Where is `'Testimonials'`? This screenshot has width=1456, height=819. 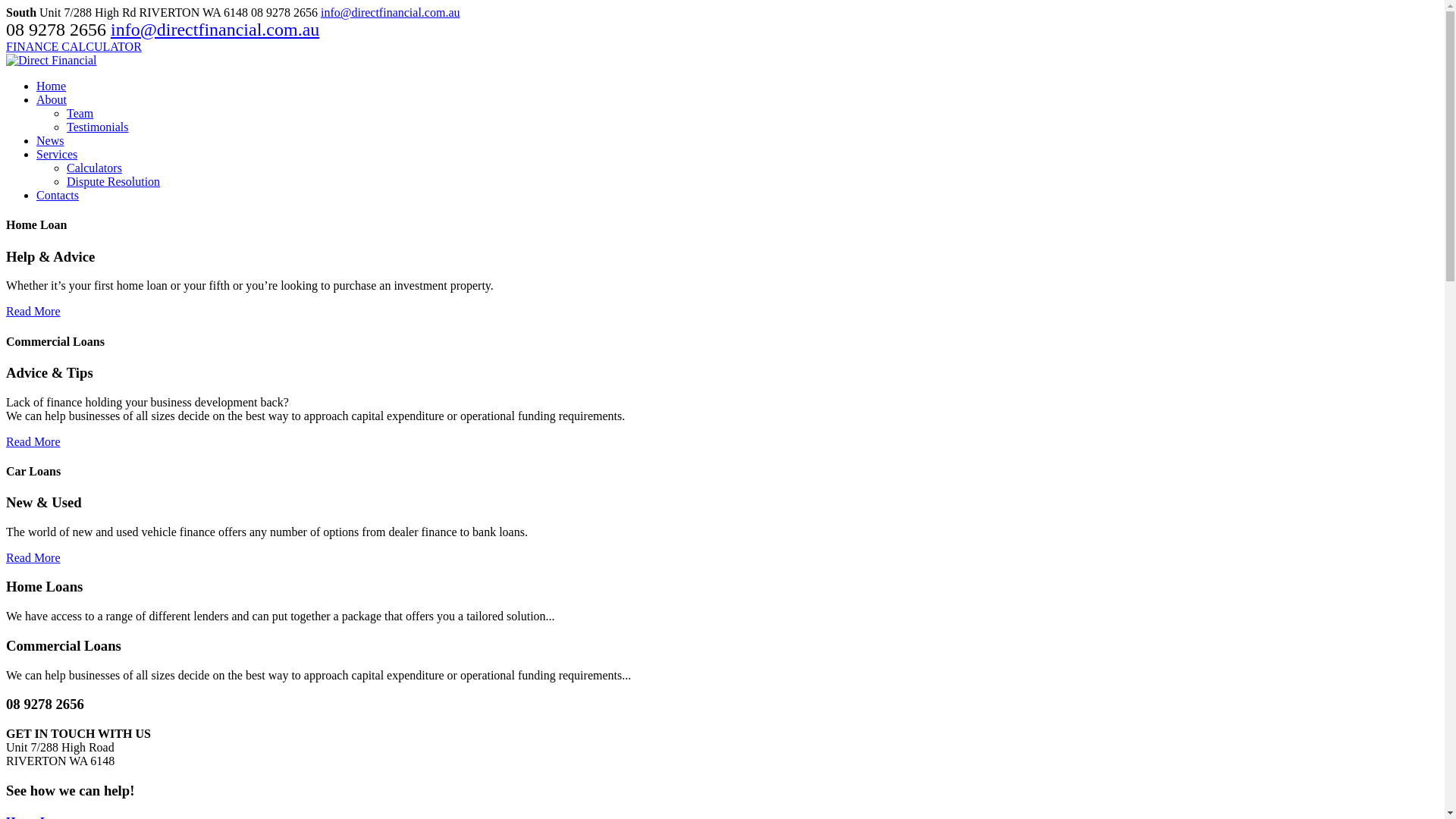
'Testimonials' is located at coordinates (97, 126).